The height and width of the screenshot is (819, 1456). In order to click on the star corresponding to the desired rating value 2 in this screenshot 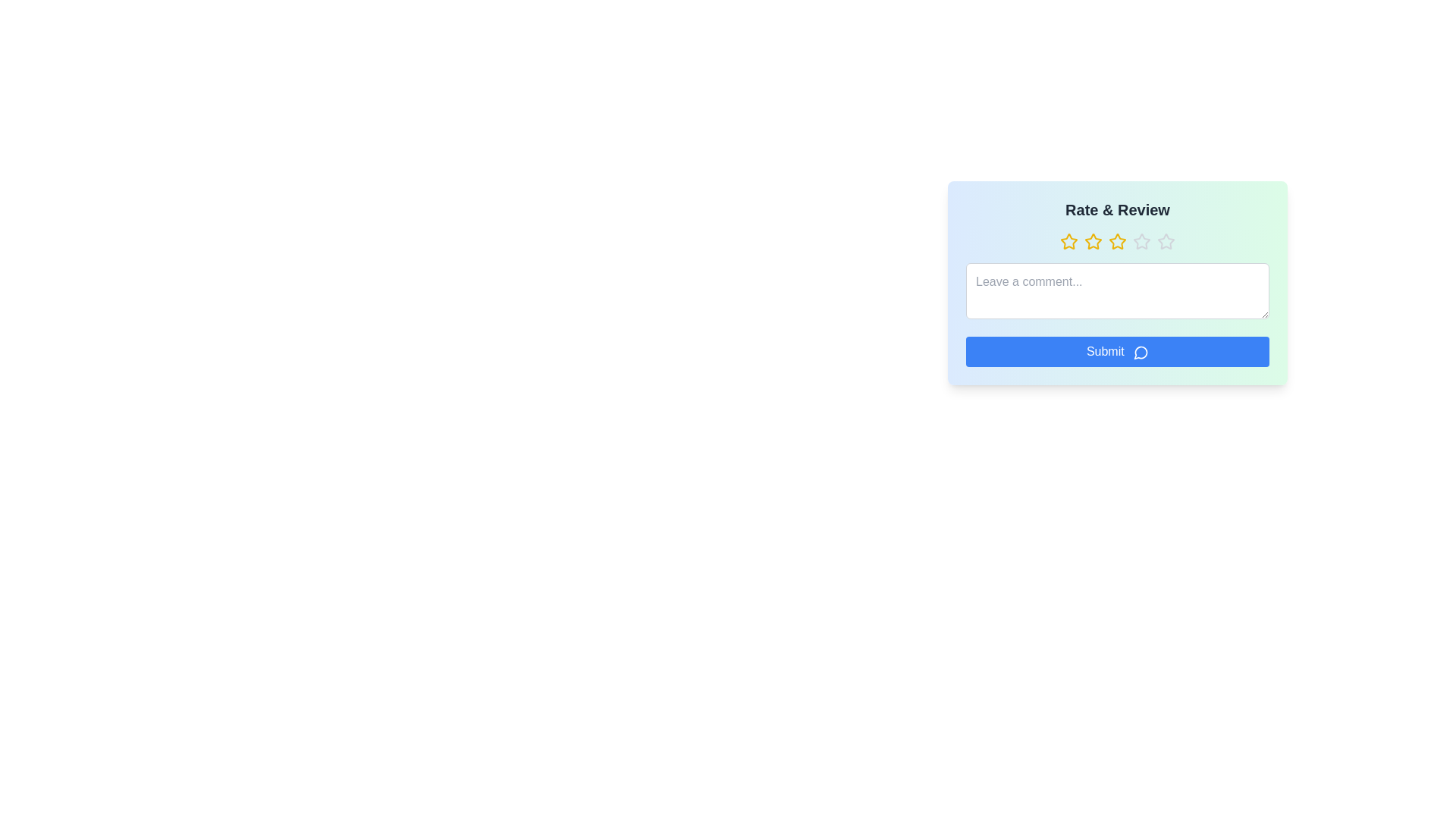, I will do `click(1093, 241)`.